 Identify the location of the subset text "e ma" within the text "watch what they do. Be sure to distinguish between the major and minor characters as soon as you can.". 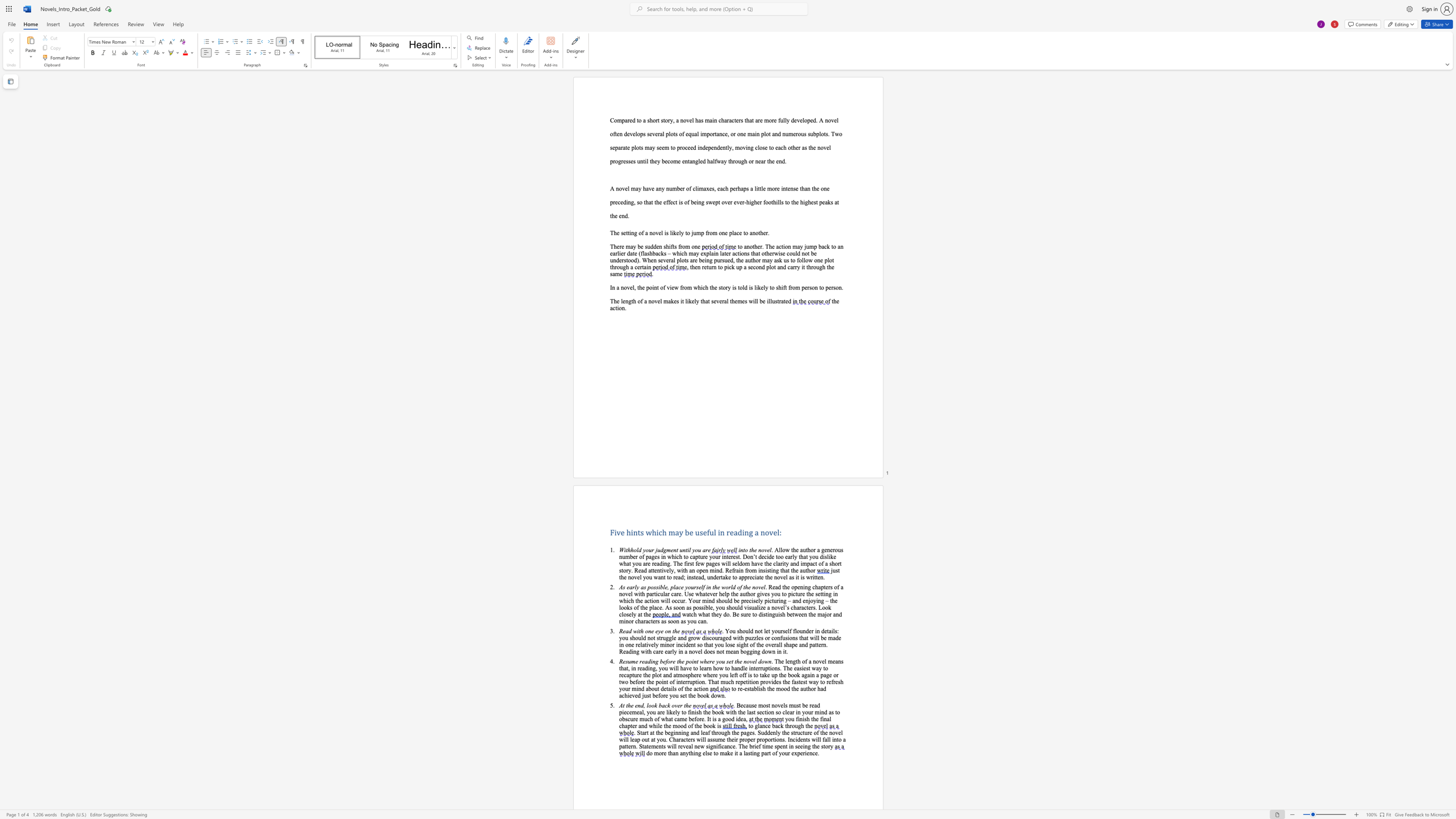
(813, 614).